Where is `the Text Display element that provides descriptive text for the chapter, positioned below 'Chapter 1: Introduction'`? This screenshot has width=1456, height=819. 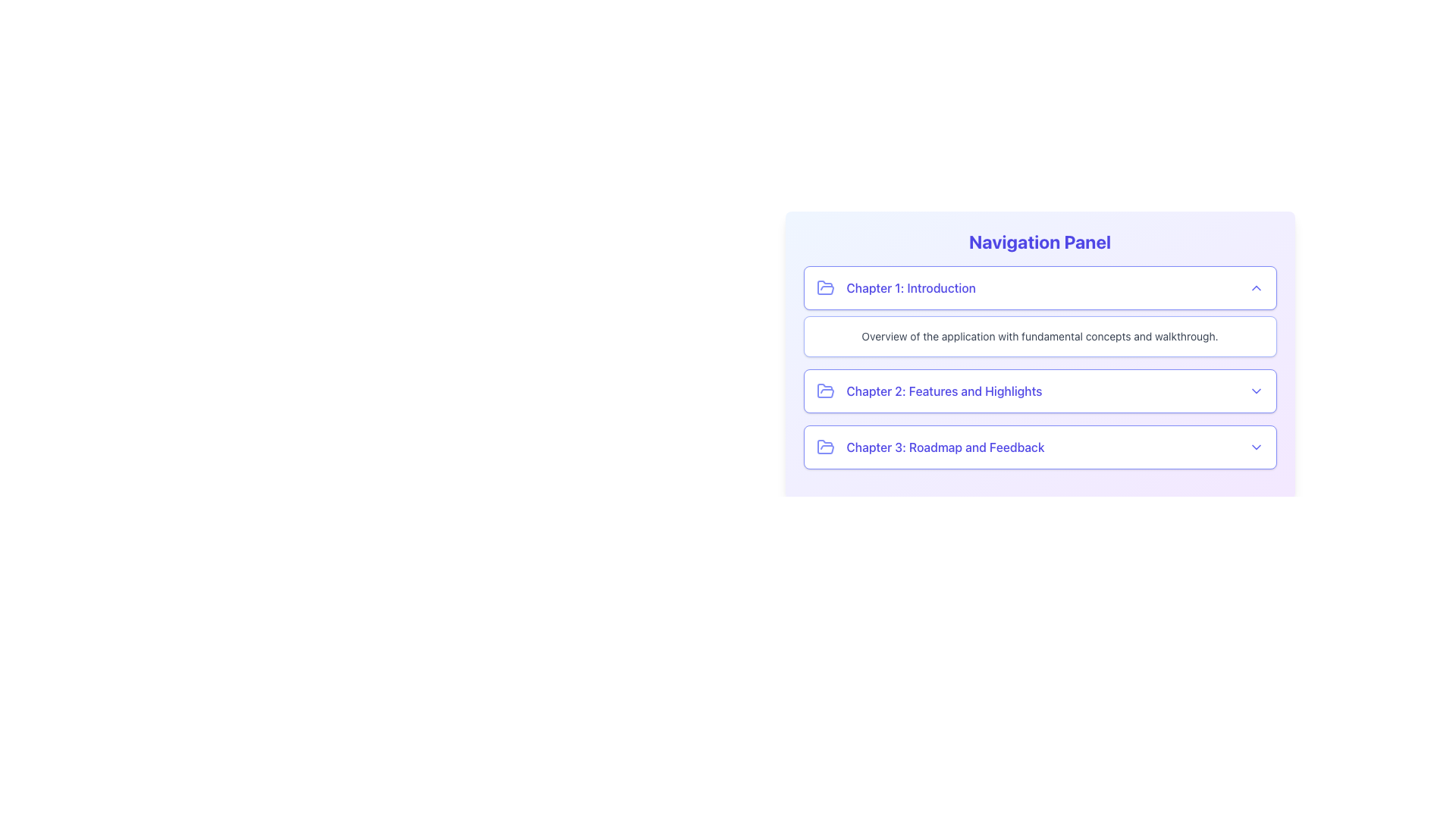
the Text Display element that provides descriptive text for the chapter, positioned below 'Chapter 1: Introduction' is located at coordinates (1039, 329).